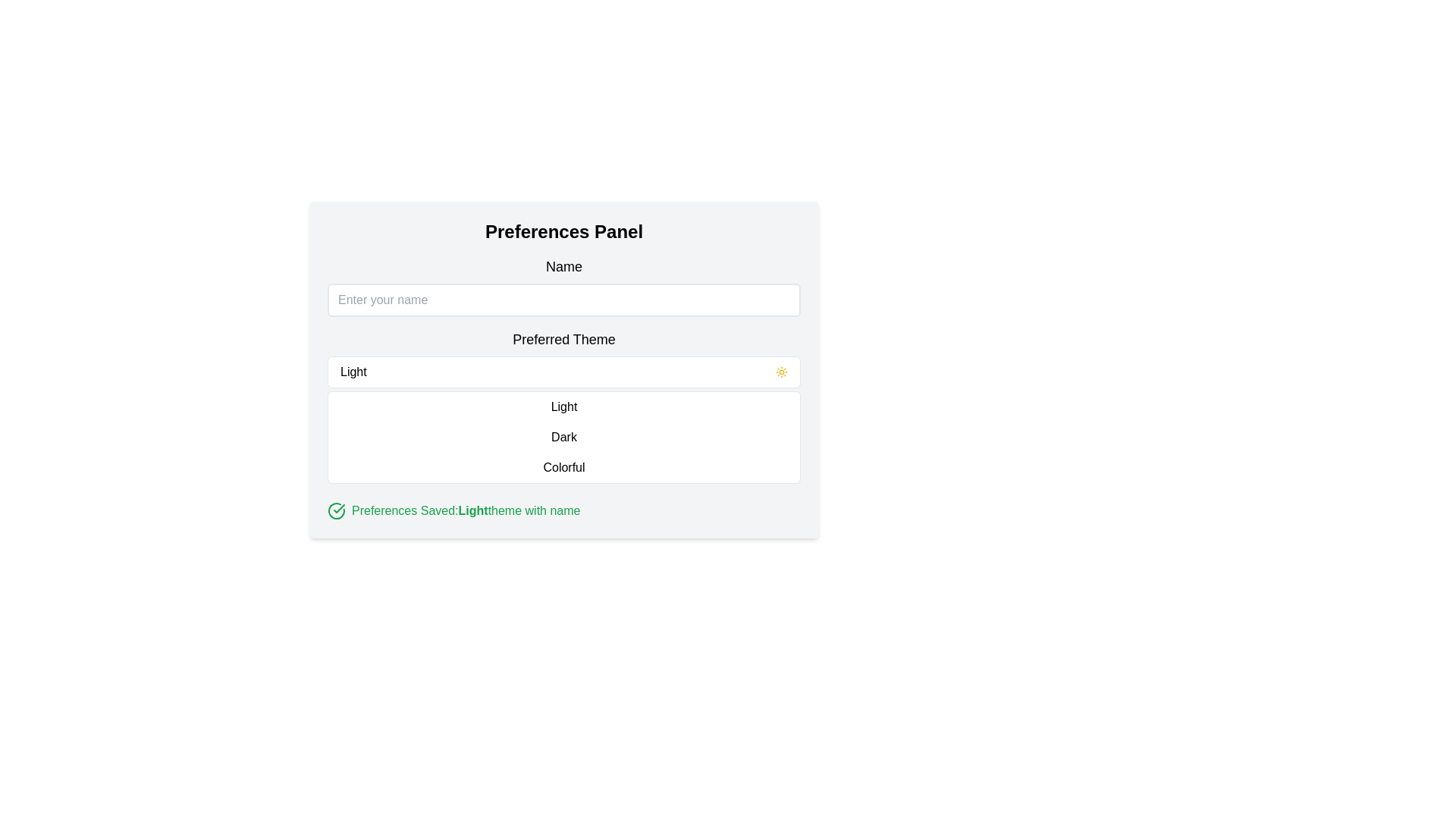  What do you see at coordinates (563, 406) in the screenshot?
I see `the current theme in the Dropdown menu` at bounding box center [563, 406].